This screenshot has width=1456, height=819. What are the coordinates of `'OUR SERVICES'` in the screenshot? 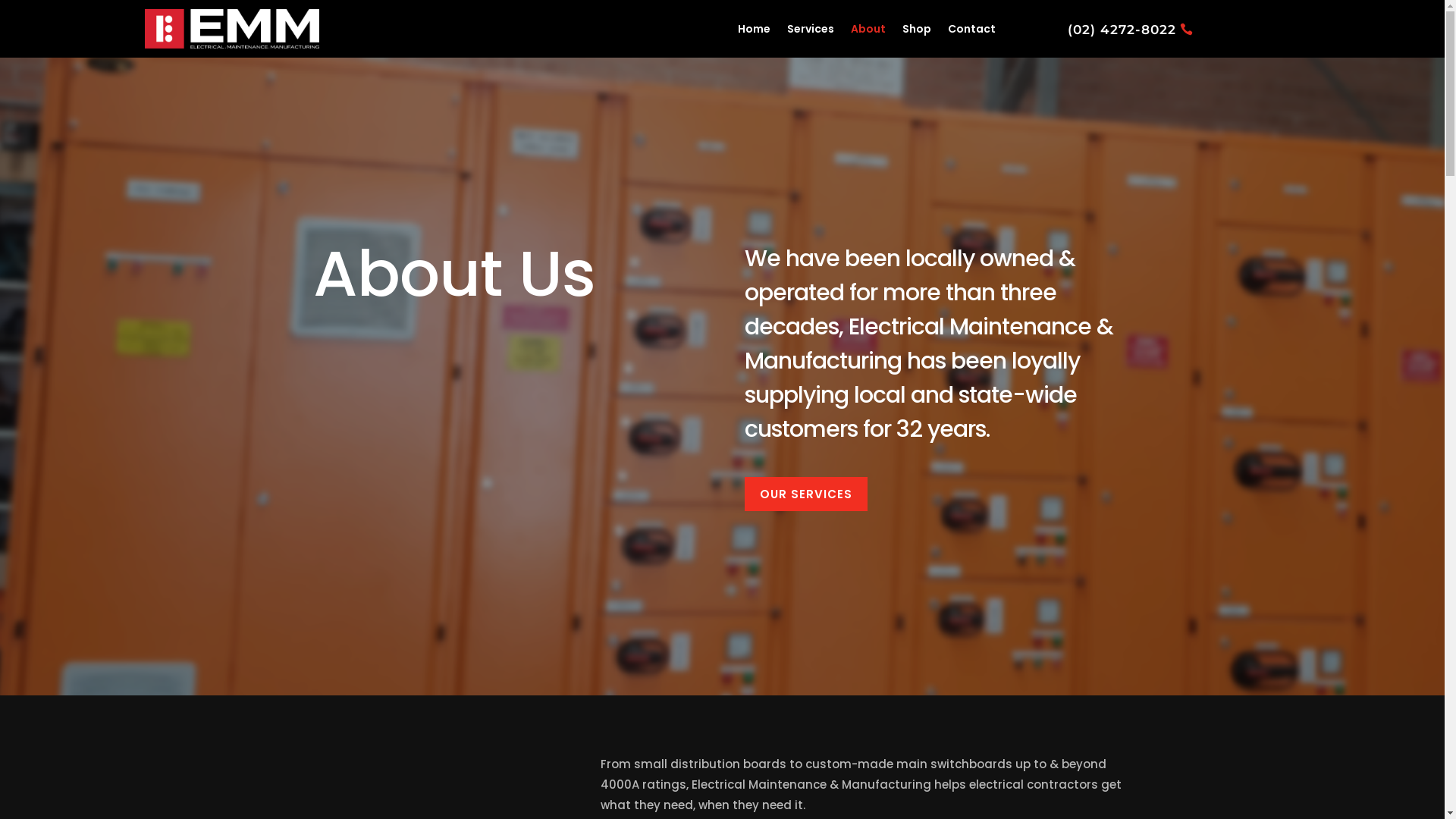 It's located at (745, 494).